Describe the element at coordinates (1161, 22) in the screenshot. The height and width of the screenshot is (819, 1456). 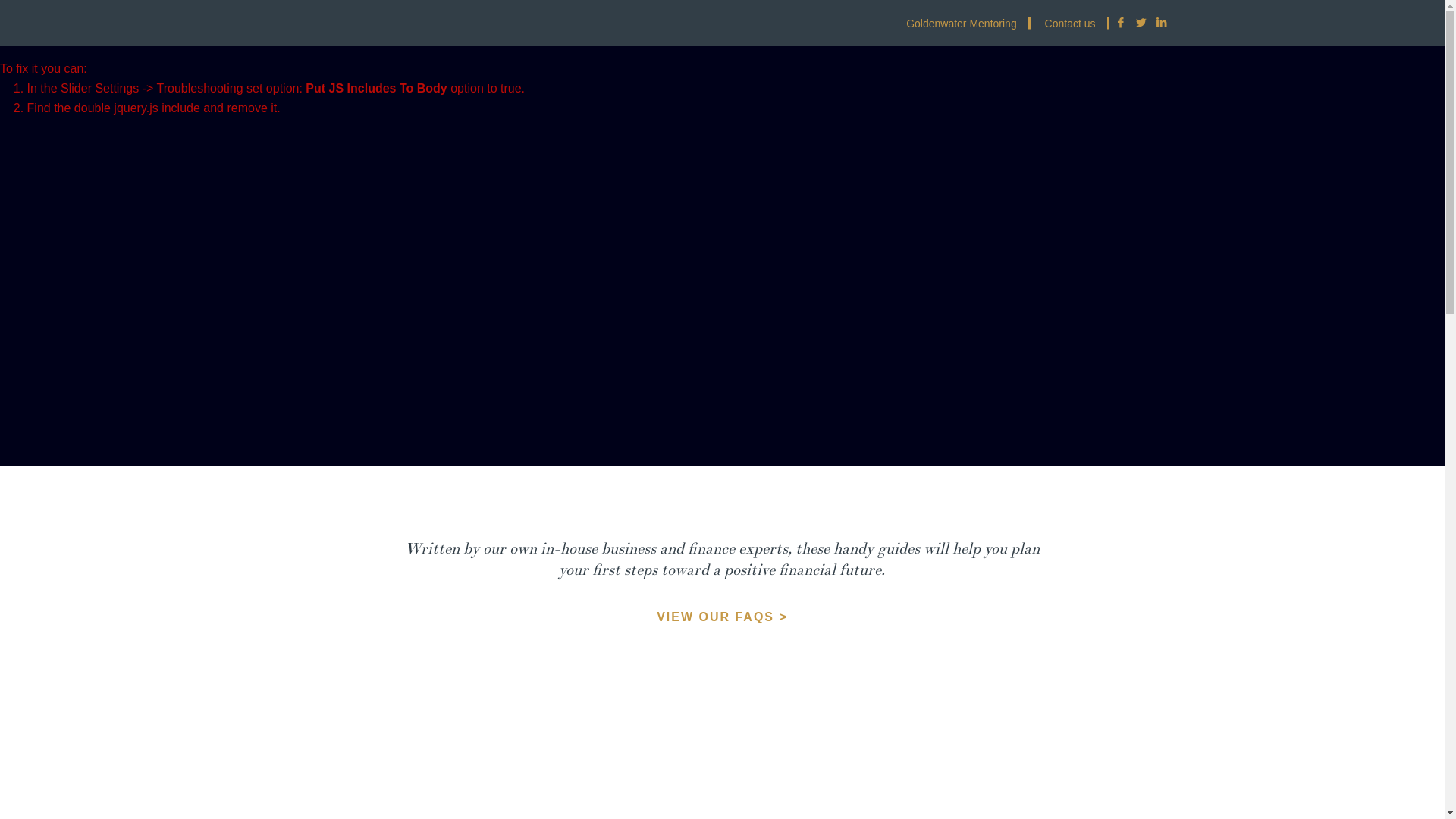
I see `'LinkedIn'` at that location.